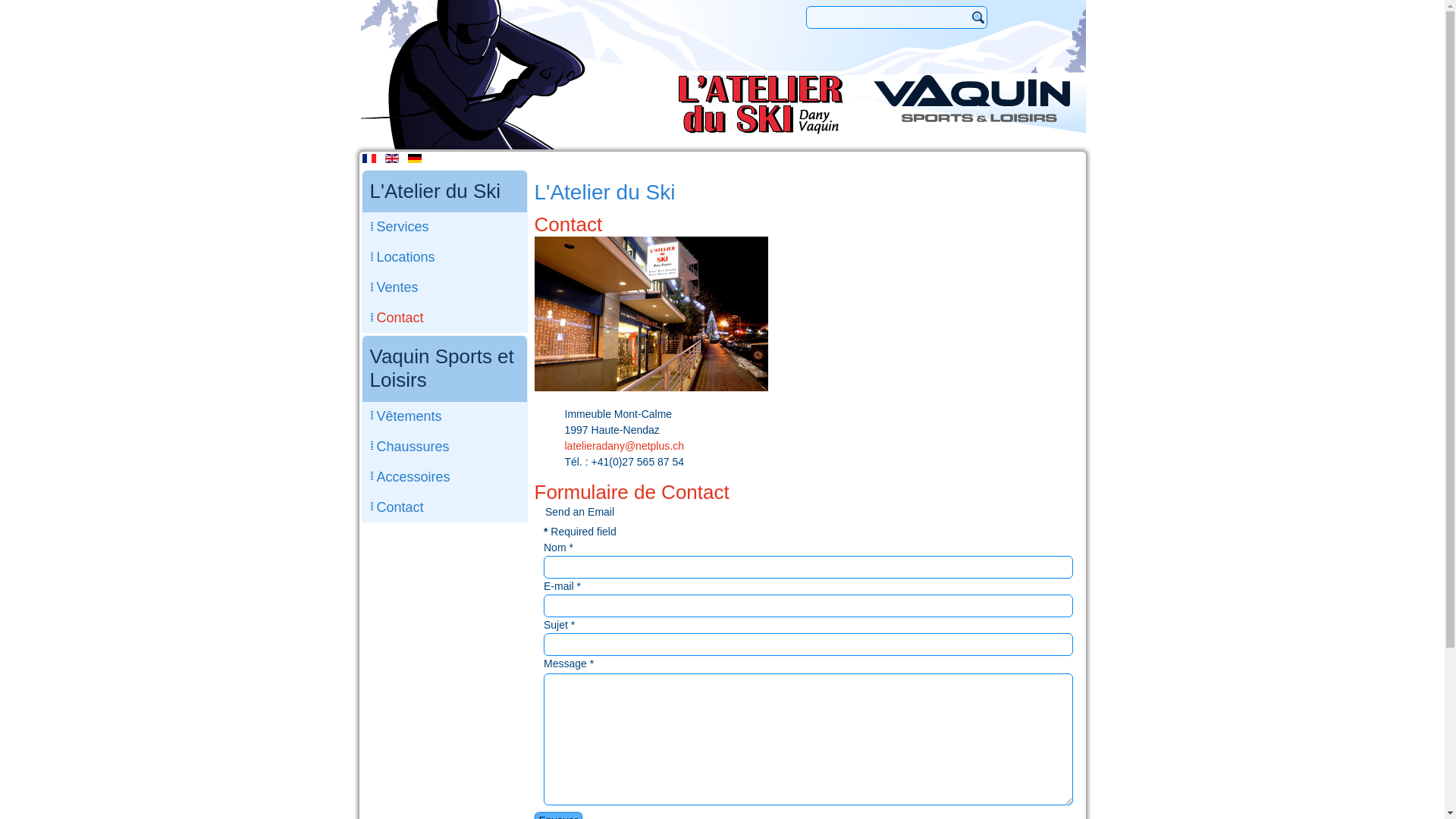  What do you see at coordinates (443, 256) in the screenshot?
I see `'Locations'` at bounding box center [443, 256].